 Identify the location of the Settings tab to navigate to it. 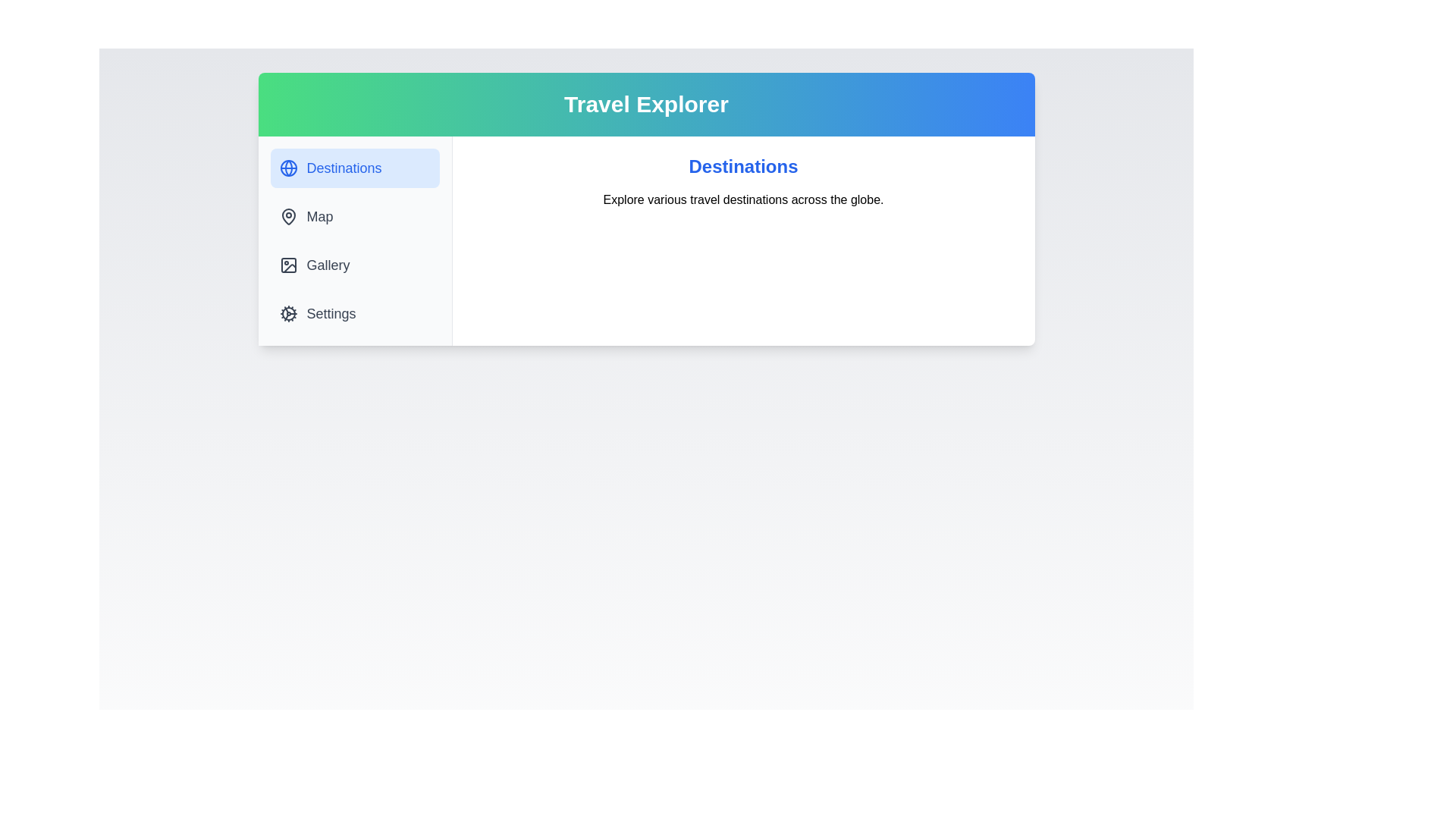
(353, 312).